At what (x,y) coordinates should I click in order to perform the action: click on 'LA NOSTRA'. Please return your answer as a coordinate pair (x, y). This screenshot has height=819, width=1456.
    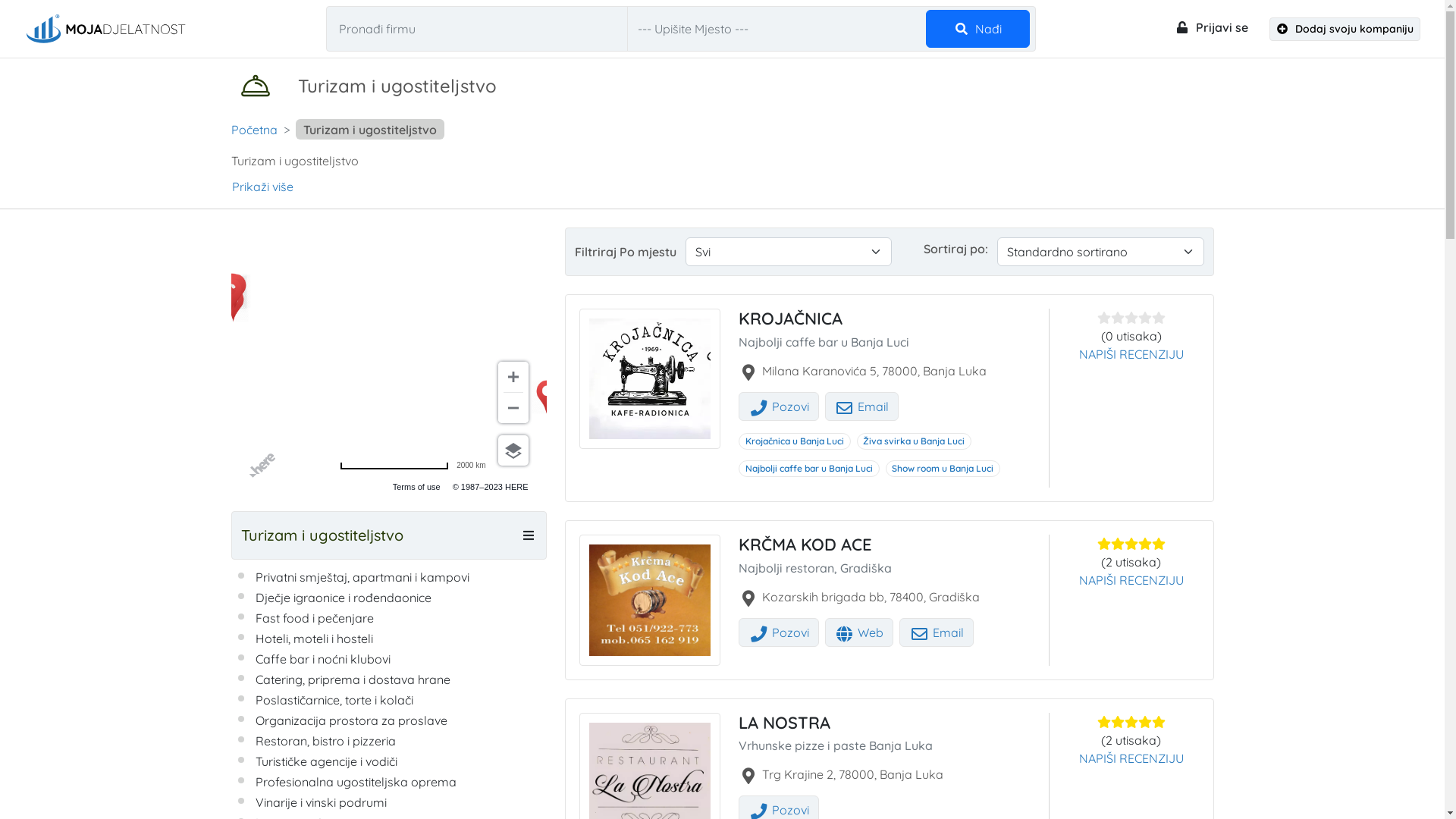
    Looking at the image, I should click on (784, 721).